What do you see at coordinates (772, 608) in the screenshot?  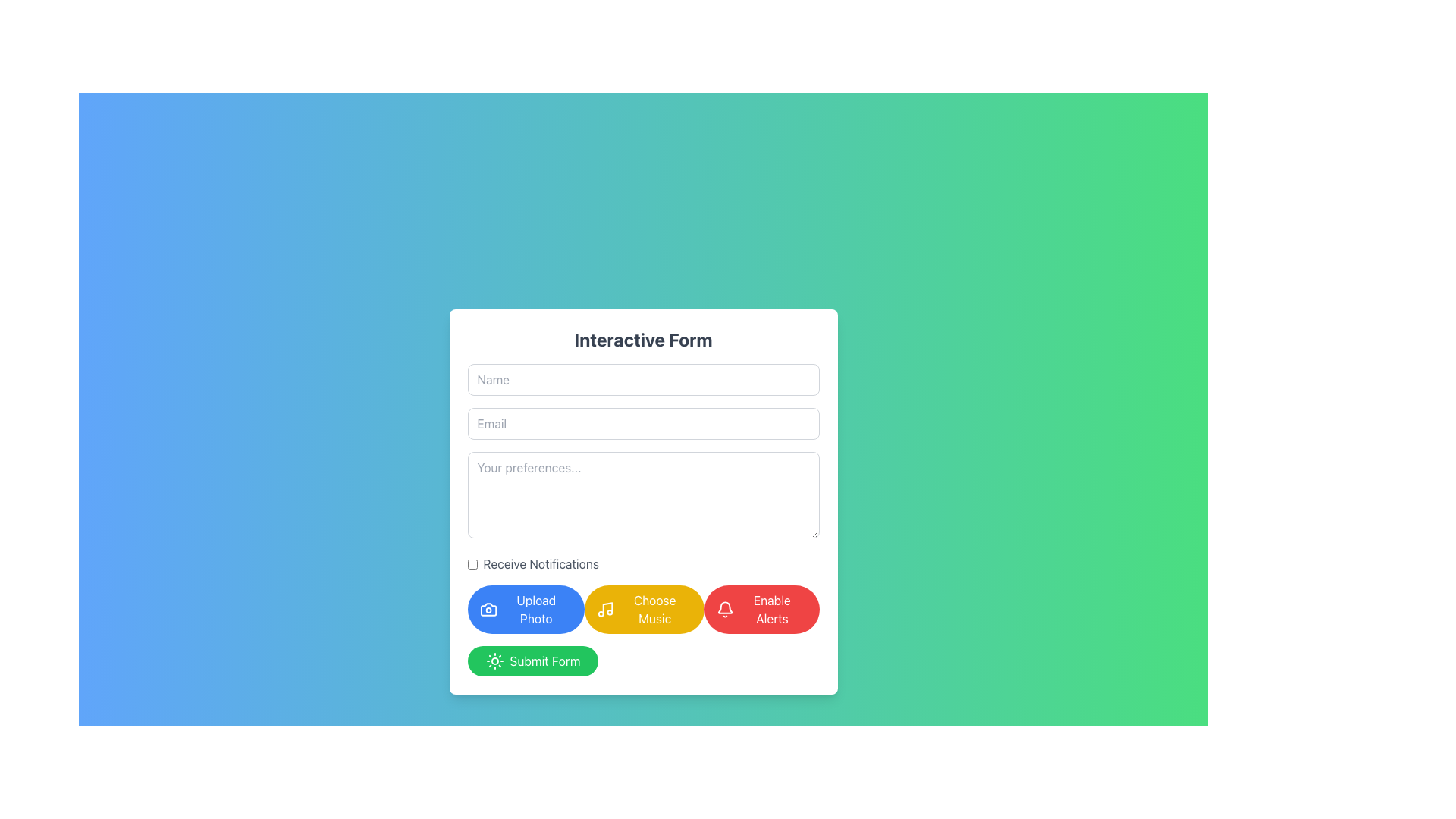 I see `the 'Enable Alerts' button, which is a prominent red rounded button with white text, located in the bottom-right section of the interface, adjacent to the 'Choose Music' button` at bounding box center [772, 608].